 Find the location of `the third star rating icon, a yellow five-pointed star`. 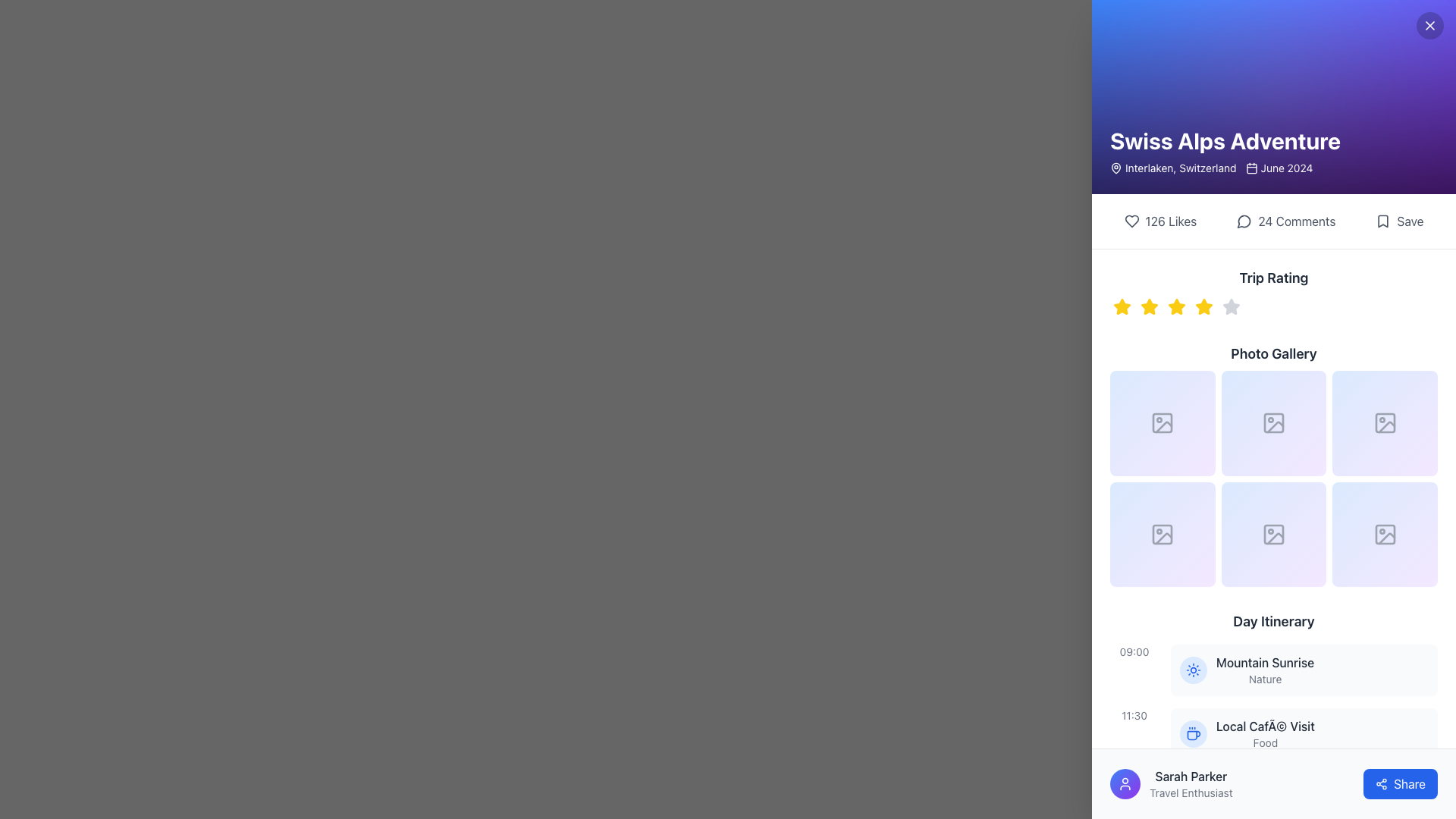

the third star rating icon, a yellow five-pointed star is located at coordinates (1203, 306).